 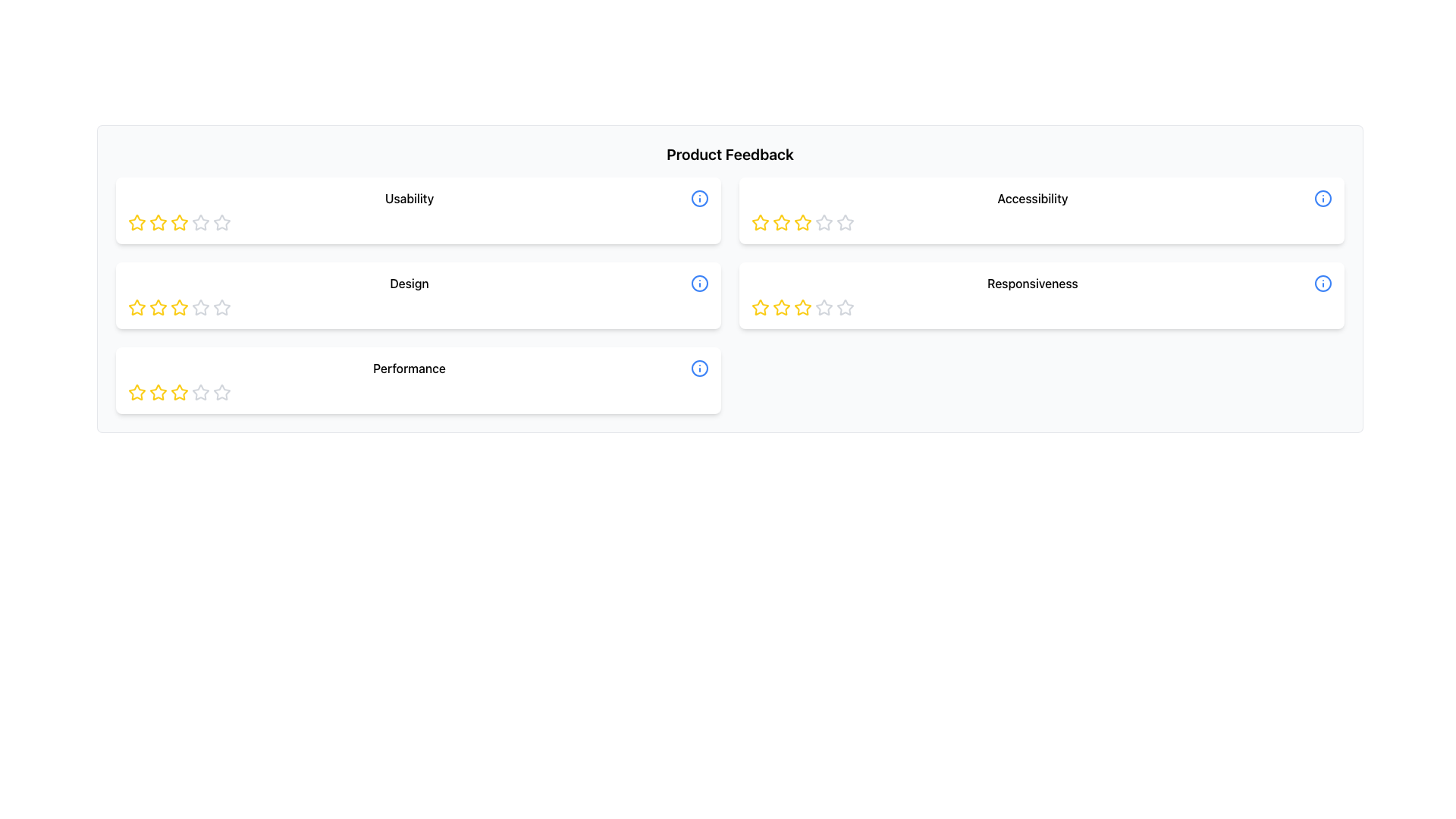 What do you see at coordinates (1323, 198) in the screenshot?
I see `the circular outline within the information icon located to the right of the 'Accessibility' label` at bounding box center [1323, 198].